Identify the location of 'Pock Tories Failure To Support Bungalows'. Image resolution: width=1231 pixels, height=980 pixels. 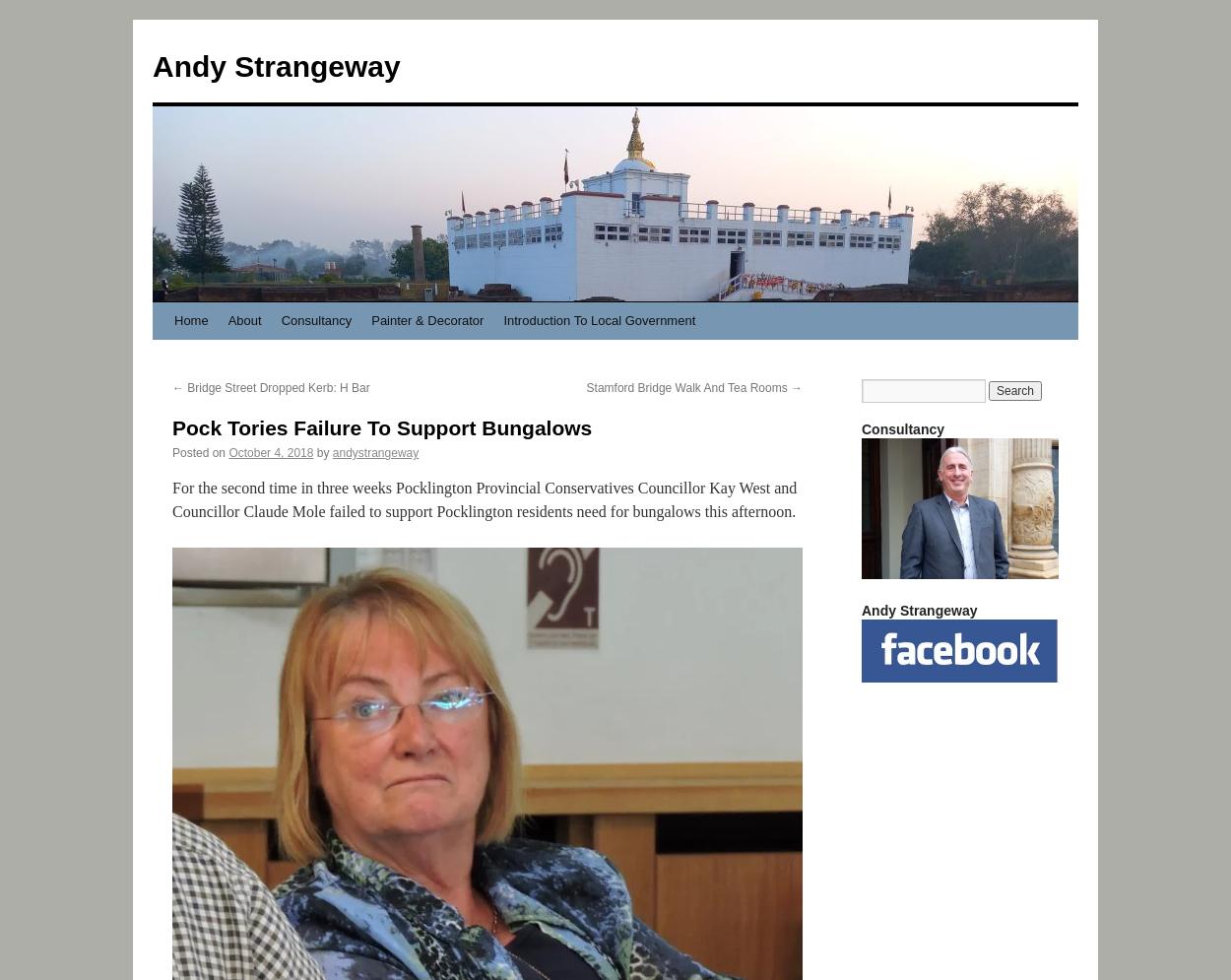
(382, 426).